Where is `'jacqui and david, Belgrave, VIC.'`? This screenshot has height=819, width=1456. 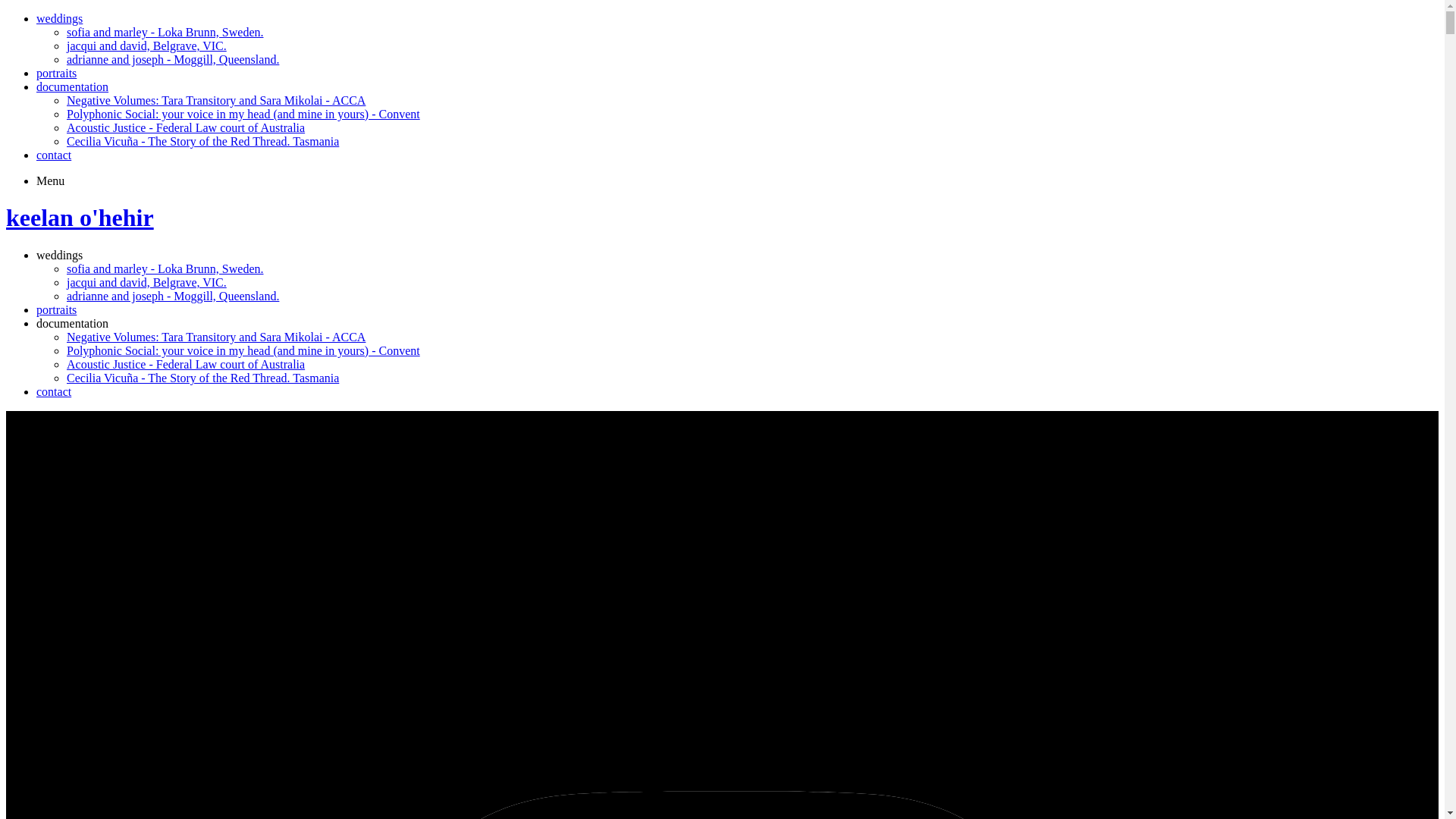 'jacqui and david, Belgrave, VIC.' is located at coordinates (146, 282).